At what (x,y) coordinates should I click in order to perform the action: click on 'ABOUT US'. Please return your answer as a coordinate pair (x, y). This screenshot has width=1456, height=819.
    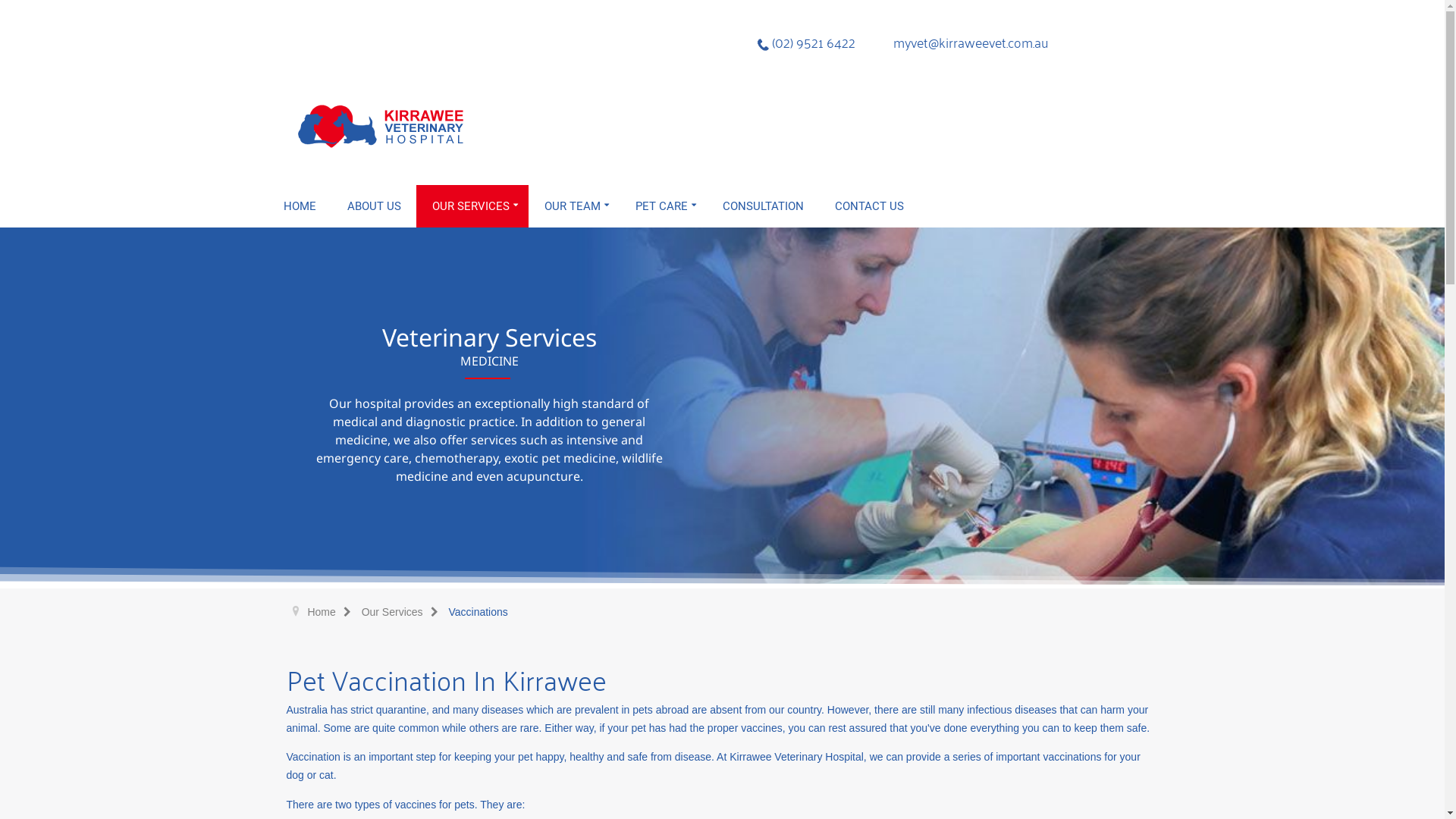
    Looking at the image, I should click on (374, 206).